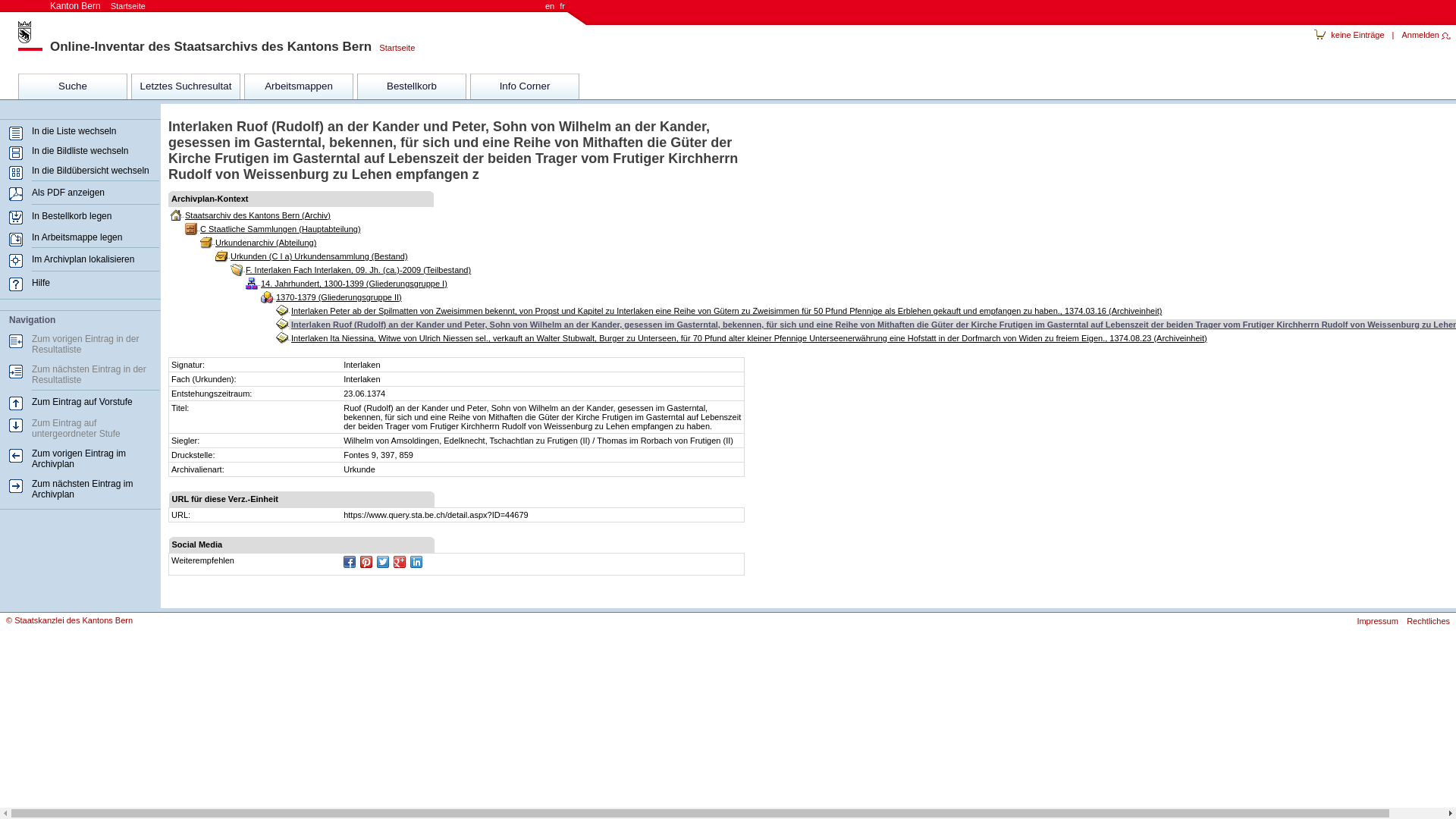  What do you see at coordinates (67, 192) in the screenshot?
I see `'Als PDF anzeigen'` at bounding box center [67, 192].